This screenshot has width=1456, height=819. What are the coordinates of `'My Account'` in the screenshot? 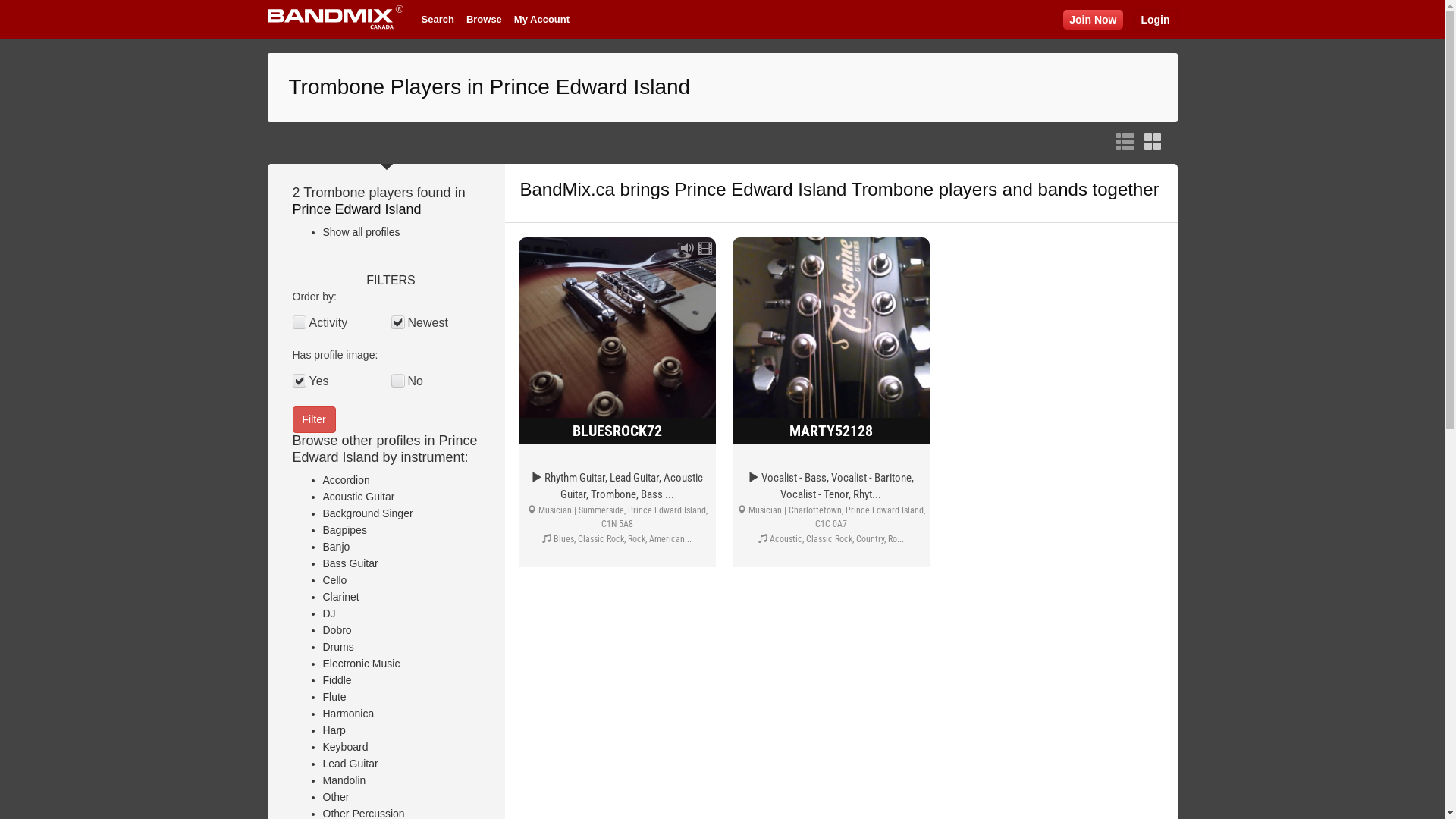 It's located at (541, 20).